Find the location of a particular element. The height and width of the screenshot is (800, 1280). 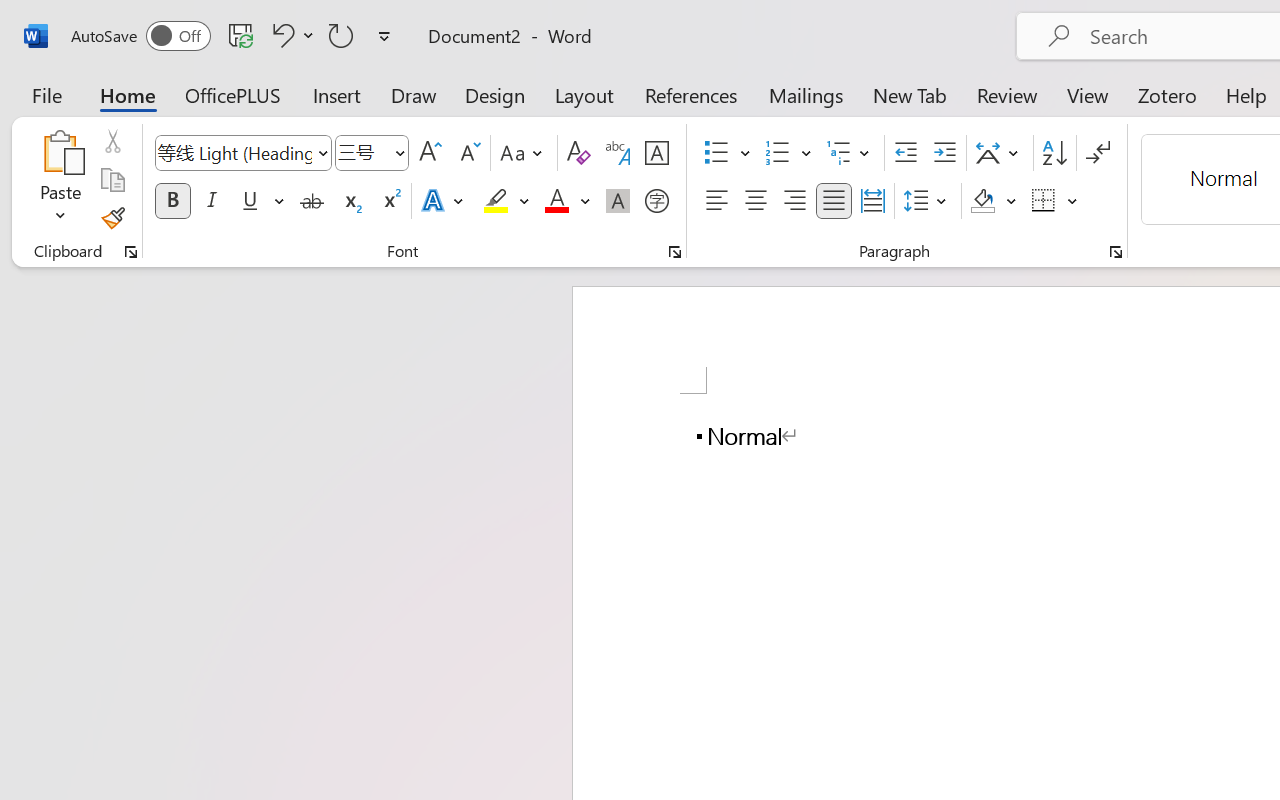

'Undo Typing' is located at coordinates (279, 34).